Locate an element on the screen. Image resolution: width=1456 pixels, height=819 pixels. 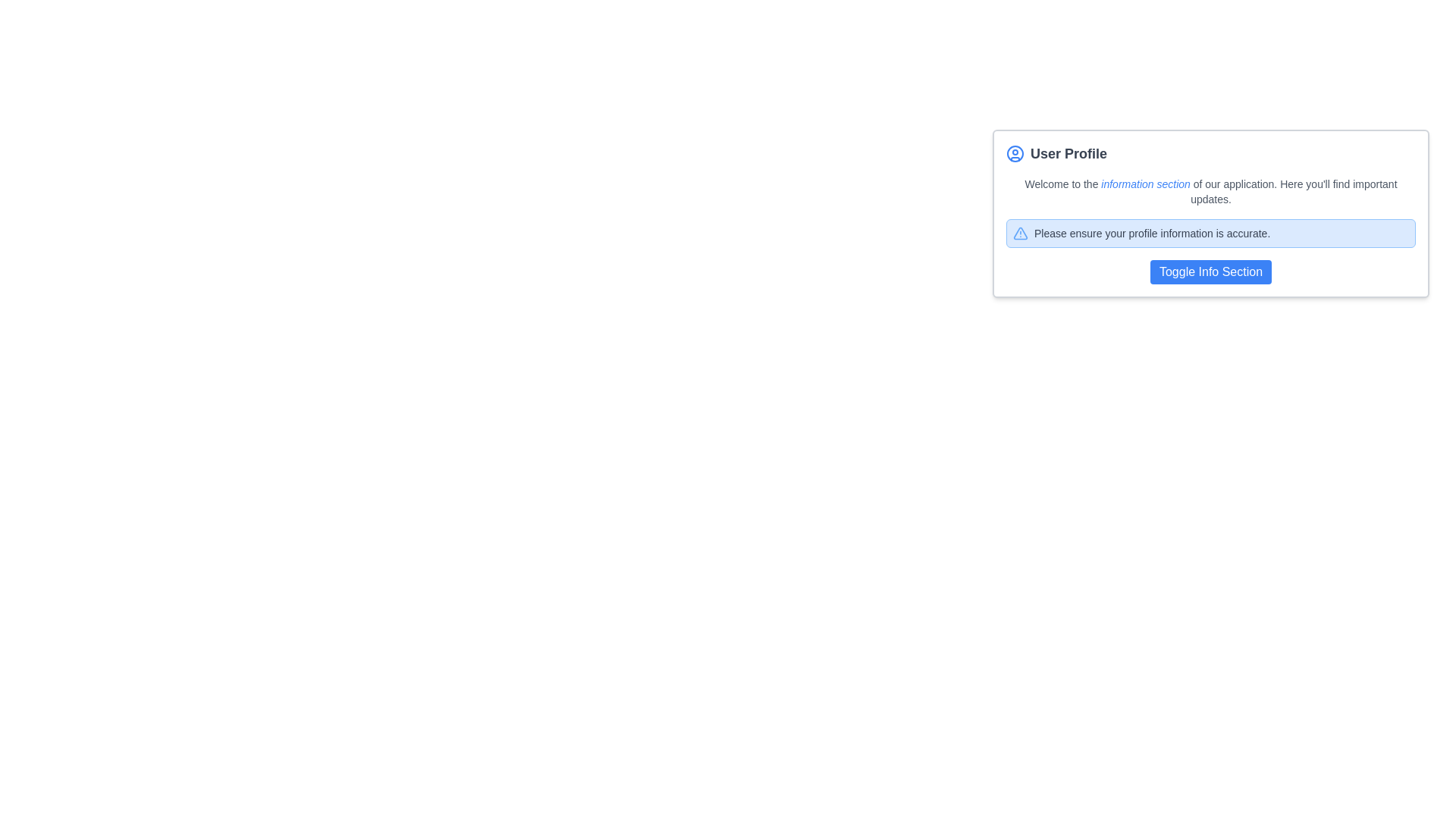
the descriptive text element located in the third row of the card, positioned between 'Welcome to the' and 'of our application' is located at coordinates (1146, 184).